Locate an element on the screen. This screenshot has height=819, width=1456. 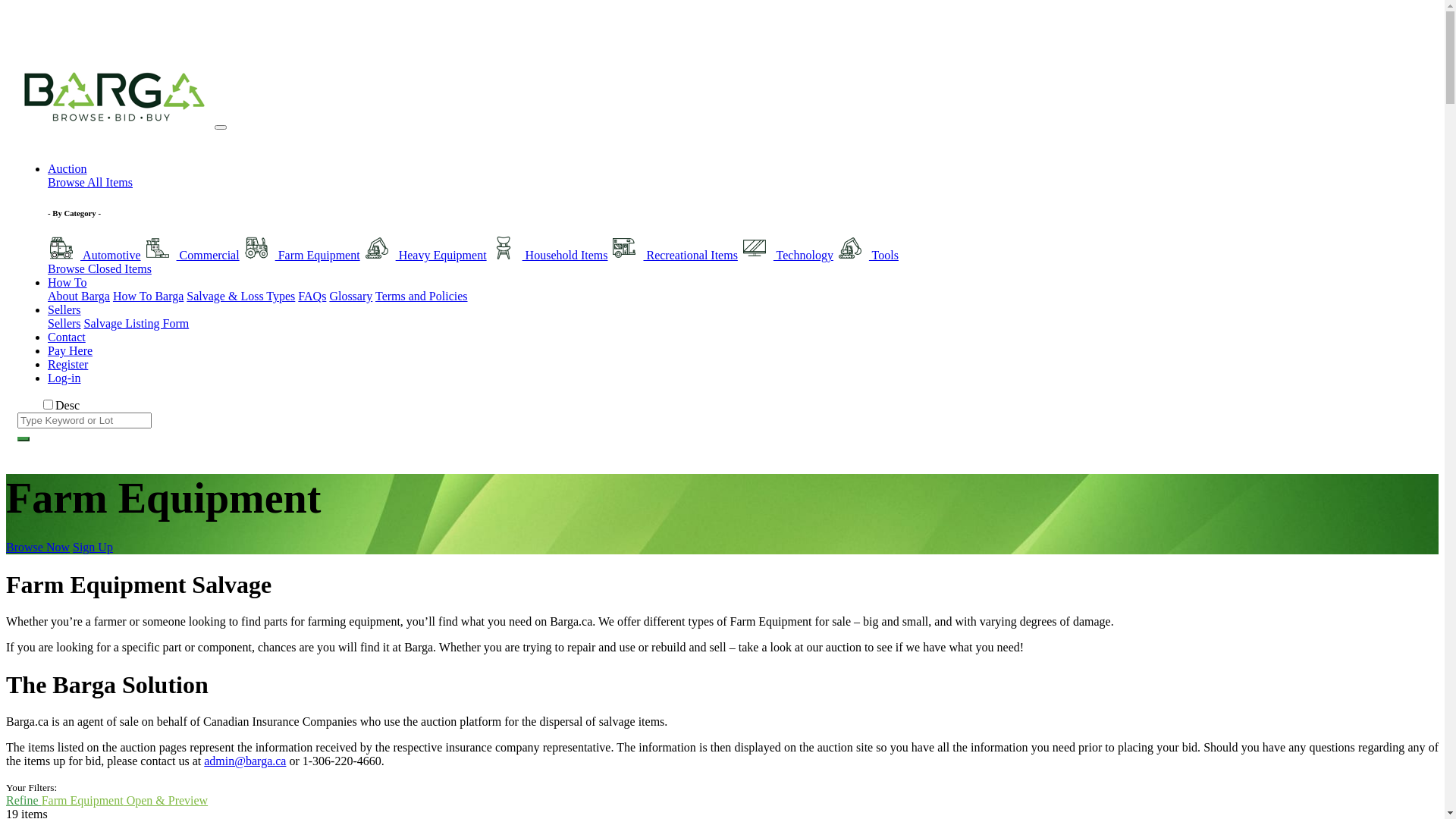
'How To' is located at coordinates (66, 282).